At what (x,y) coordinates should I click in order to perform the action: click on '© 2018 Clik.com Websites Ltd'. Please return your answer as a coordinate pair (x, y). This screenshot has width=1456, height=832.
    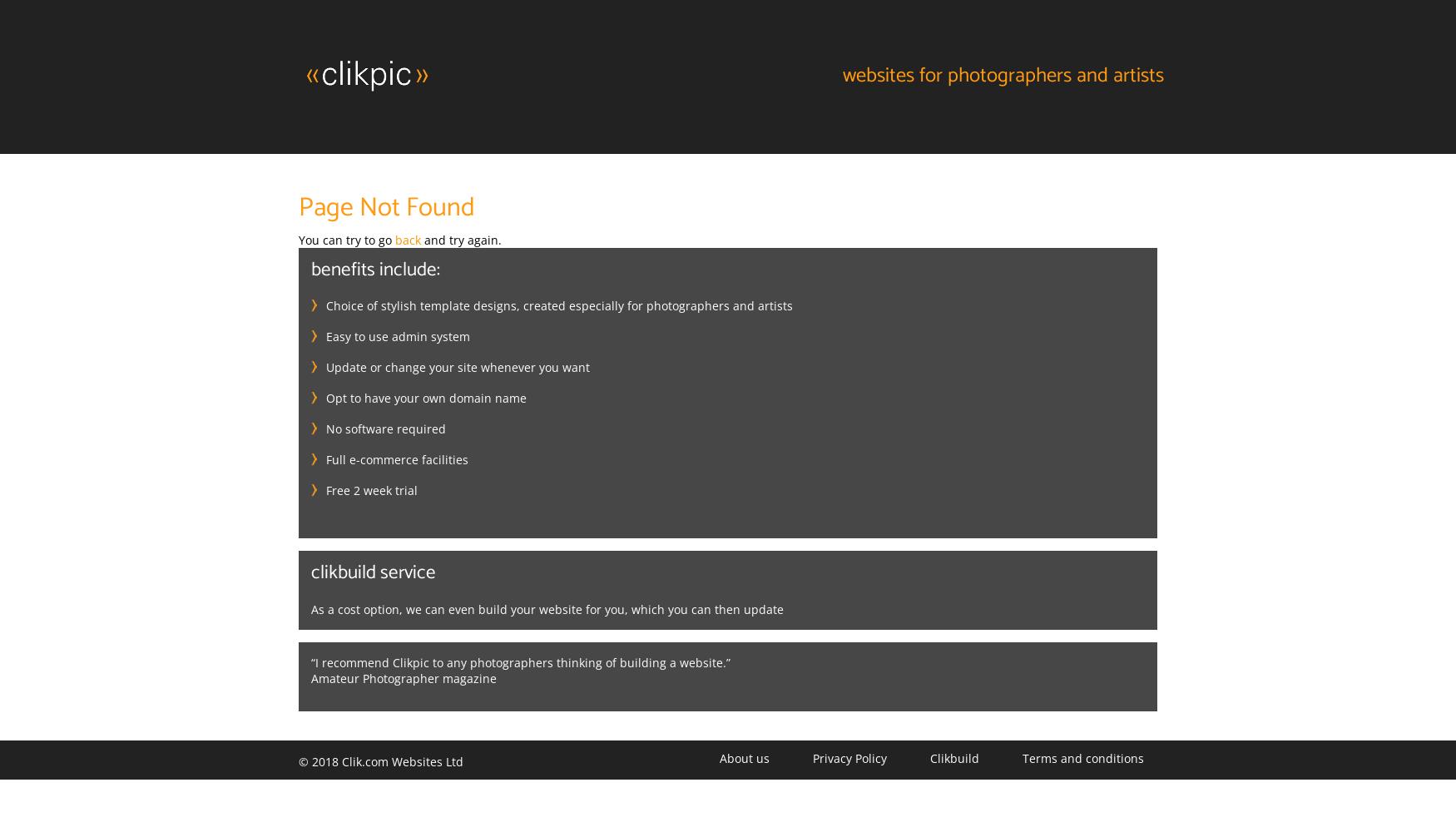
    Looking at the image, I should click on (380, 760).